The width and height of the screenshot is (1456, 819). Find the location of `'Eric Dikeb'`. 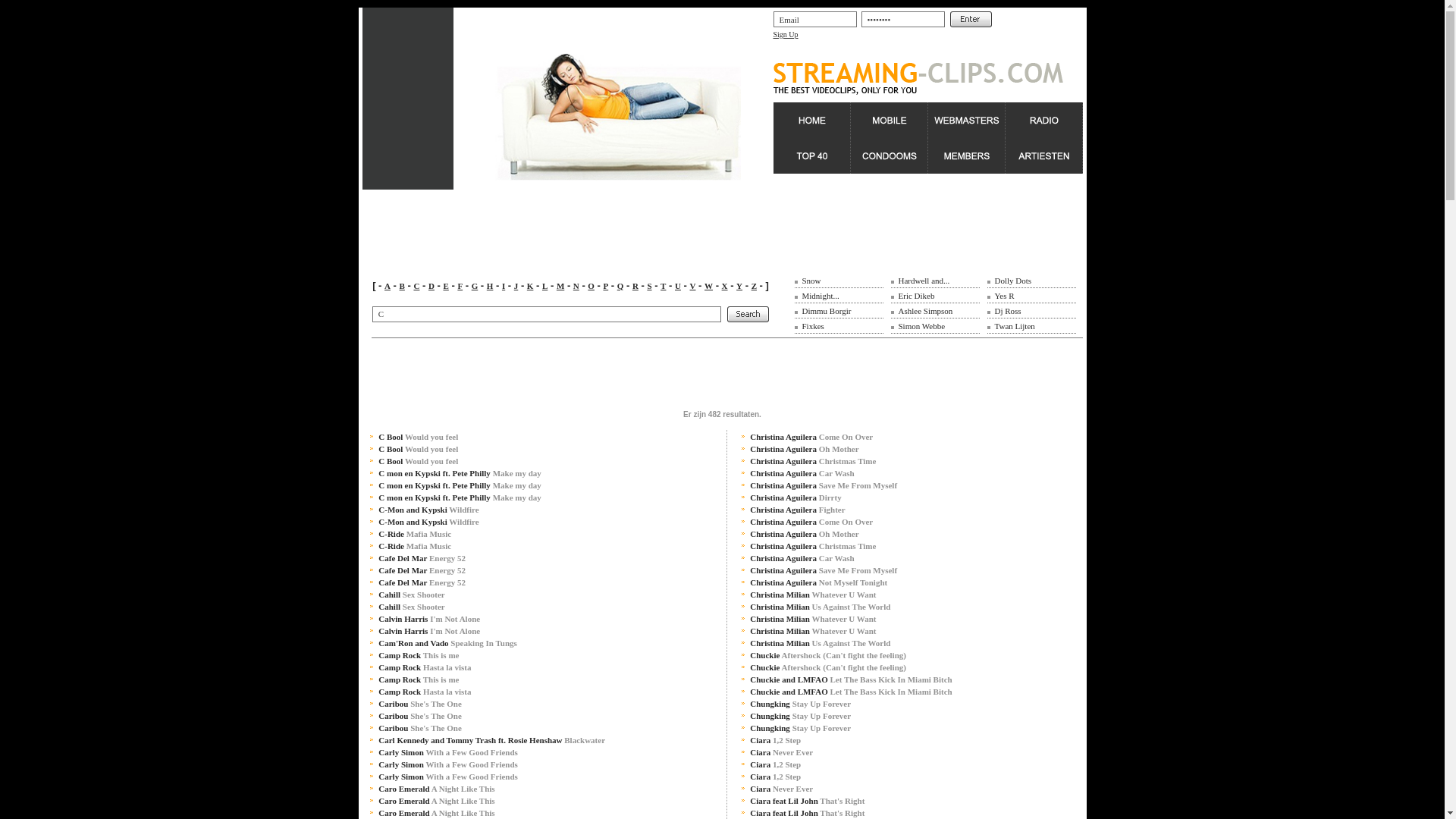

'Eric Dikeb' is located at coordinates (915, 295).